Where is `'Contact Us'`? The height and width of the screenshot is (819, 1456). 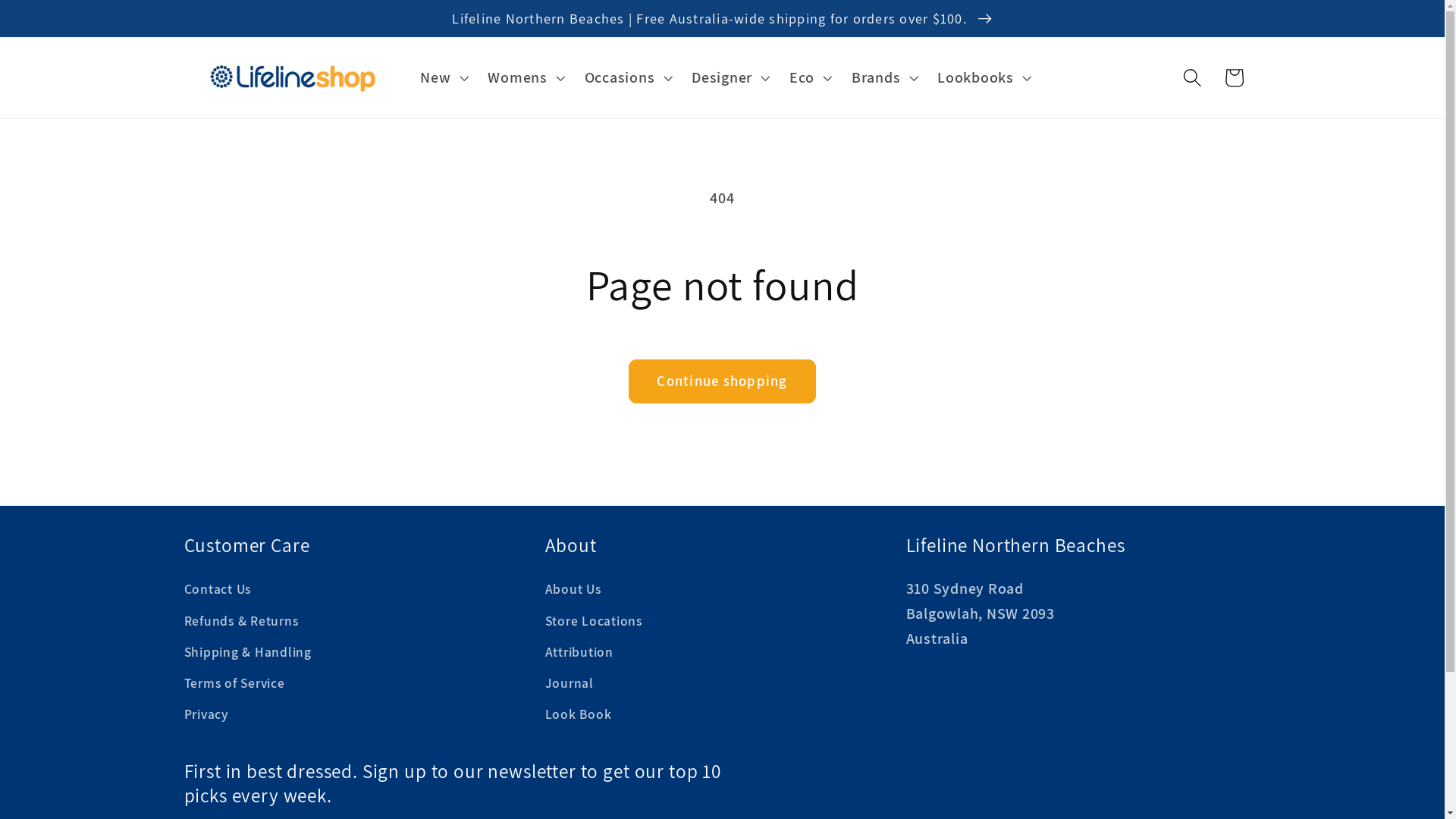 'Contact Us' is located at coordinates (216, 591).